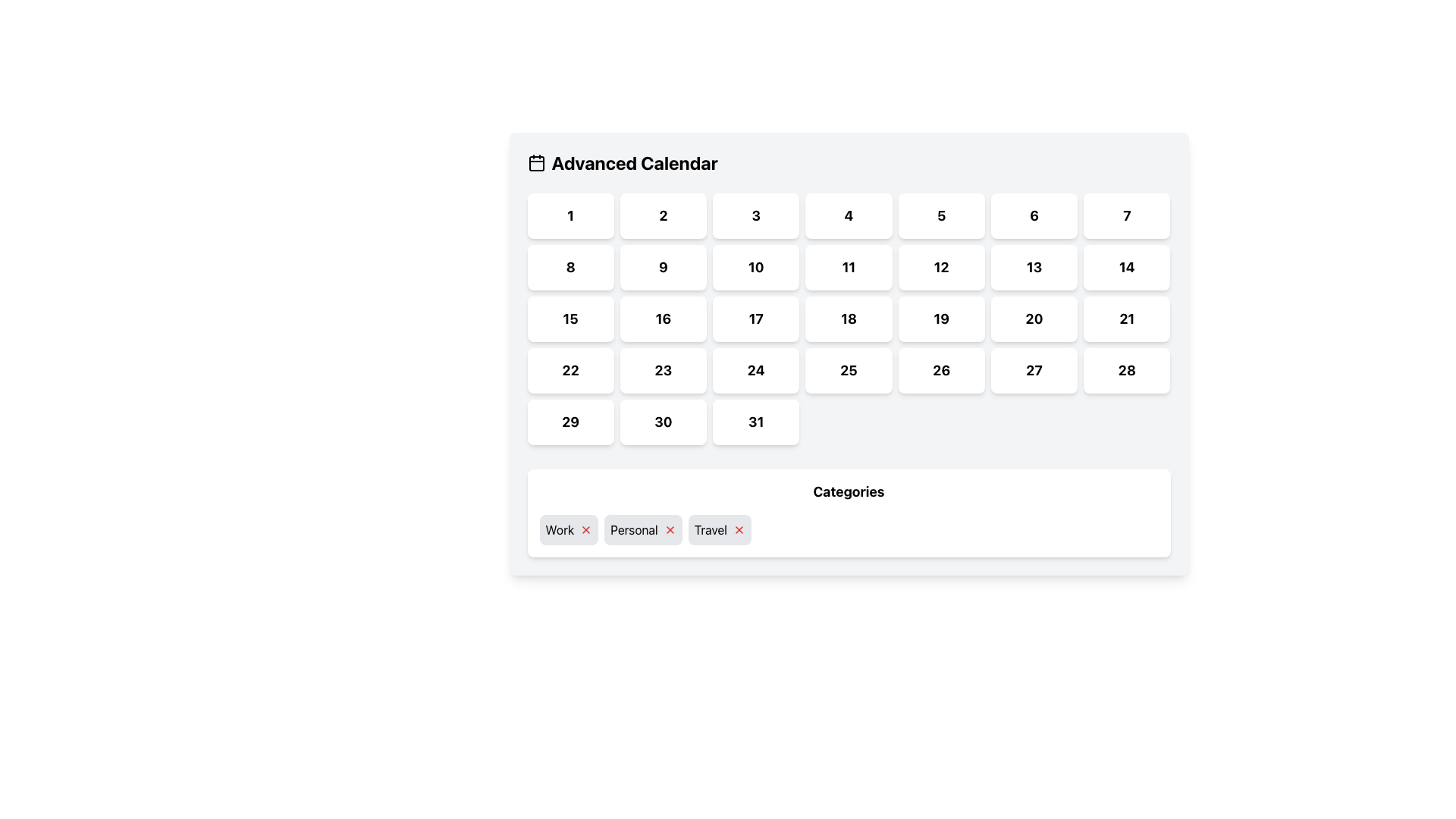  I want to click on the interactive calendar day cell representing the 22nd day of the month, so click(570, 371).